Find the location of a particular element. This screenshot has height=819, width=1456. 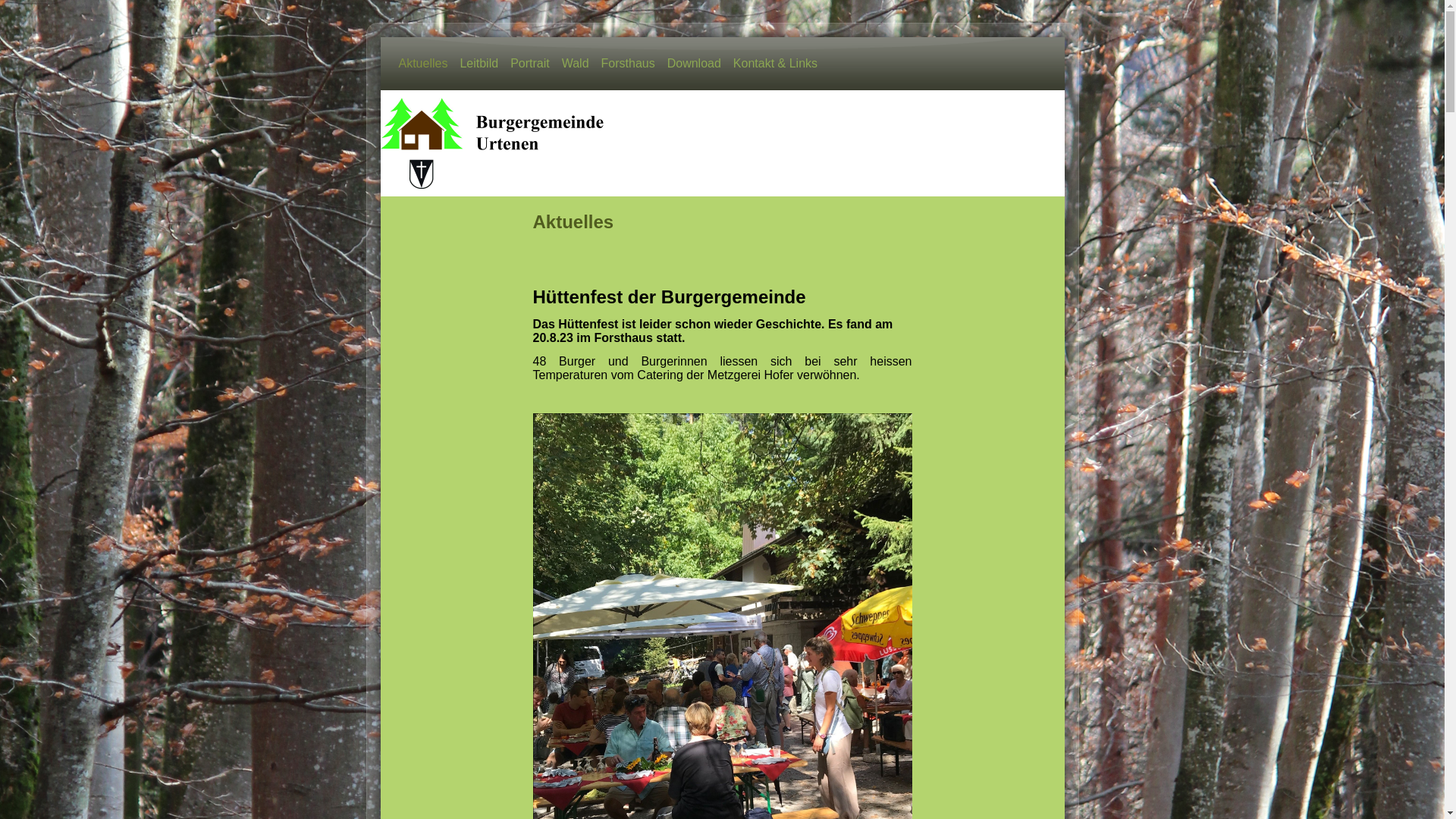

'Aktuelles' is located at coordinates (423, 63).